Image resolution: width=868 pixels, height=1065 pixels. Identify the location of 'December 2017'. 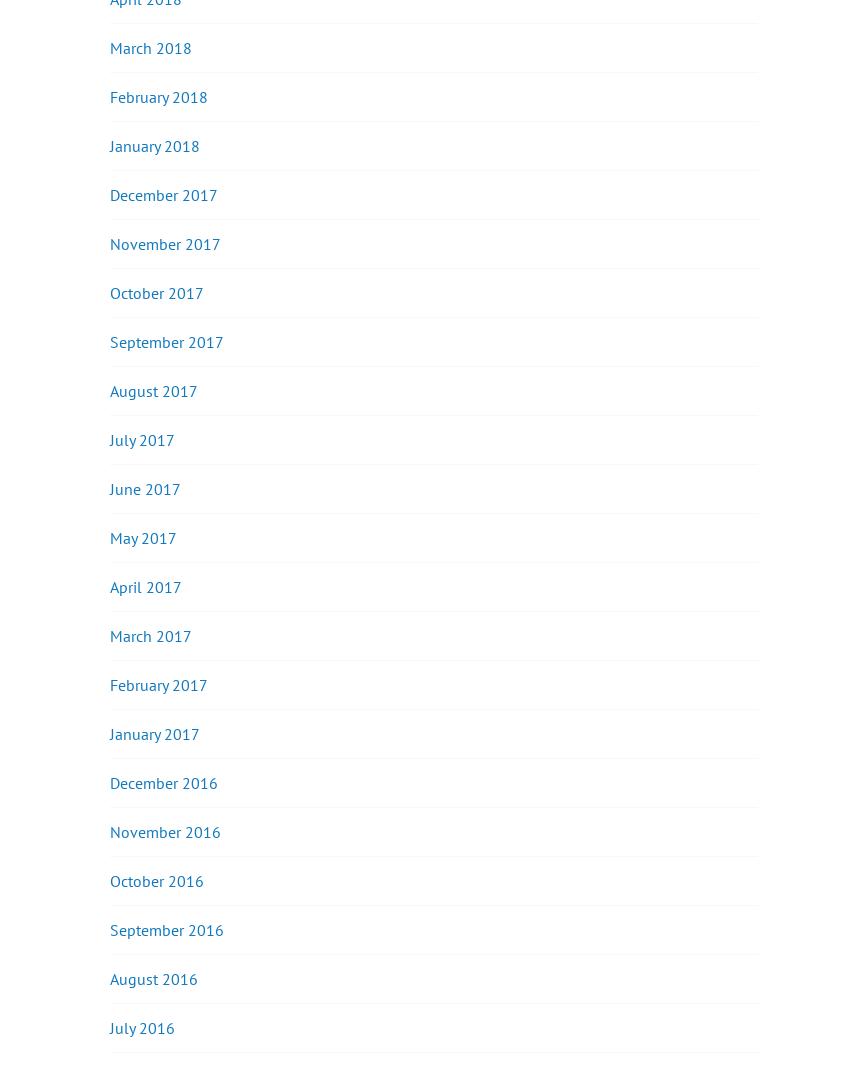
(109, 193).